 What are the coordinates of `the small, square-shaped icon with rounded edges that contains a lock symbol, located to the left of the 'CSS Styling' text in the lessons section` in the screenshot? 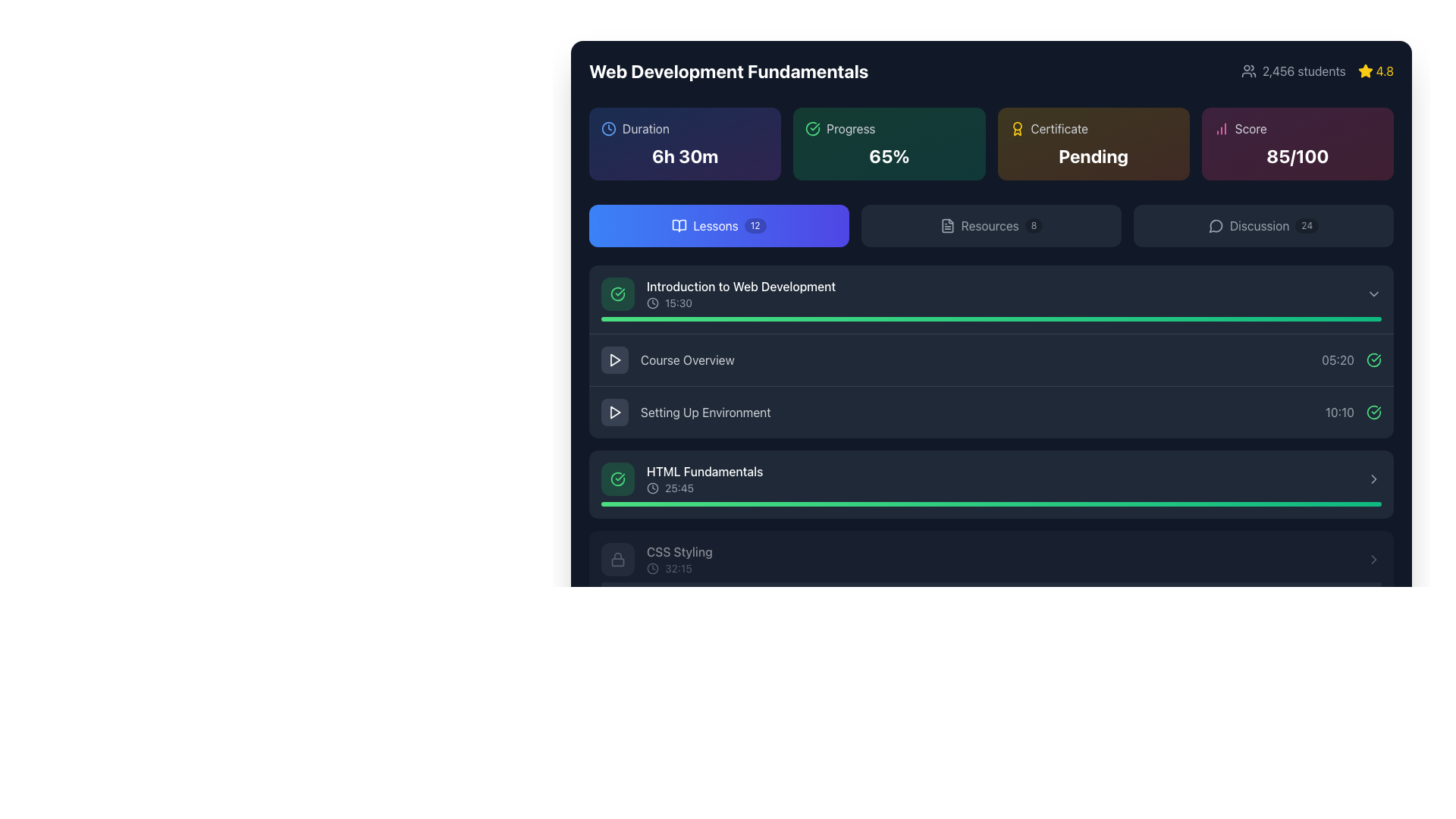 It's located at (618, 559).